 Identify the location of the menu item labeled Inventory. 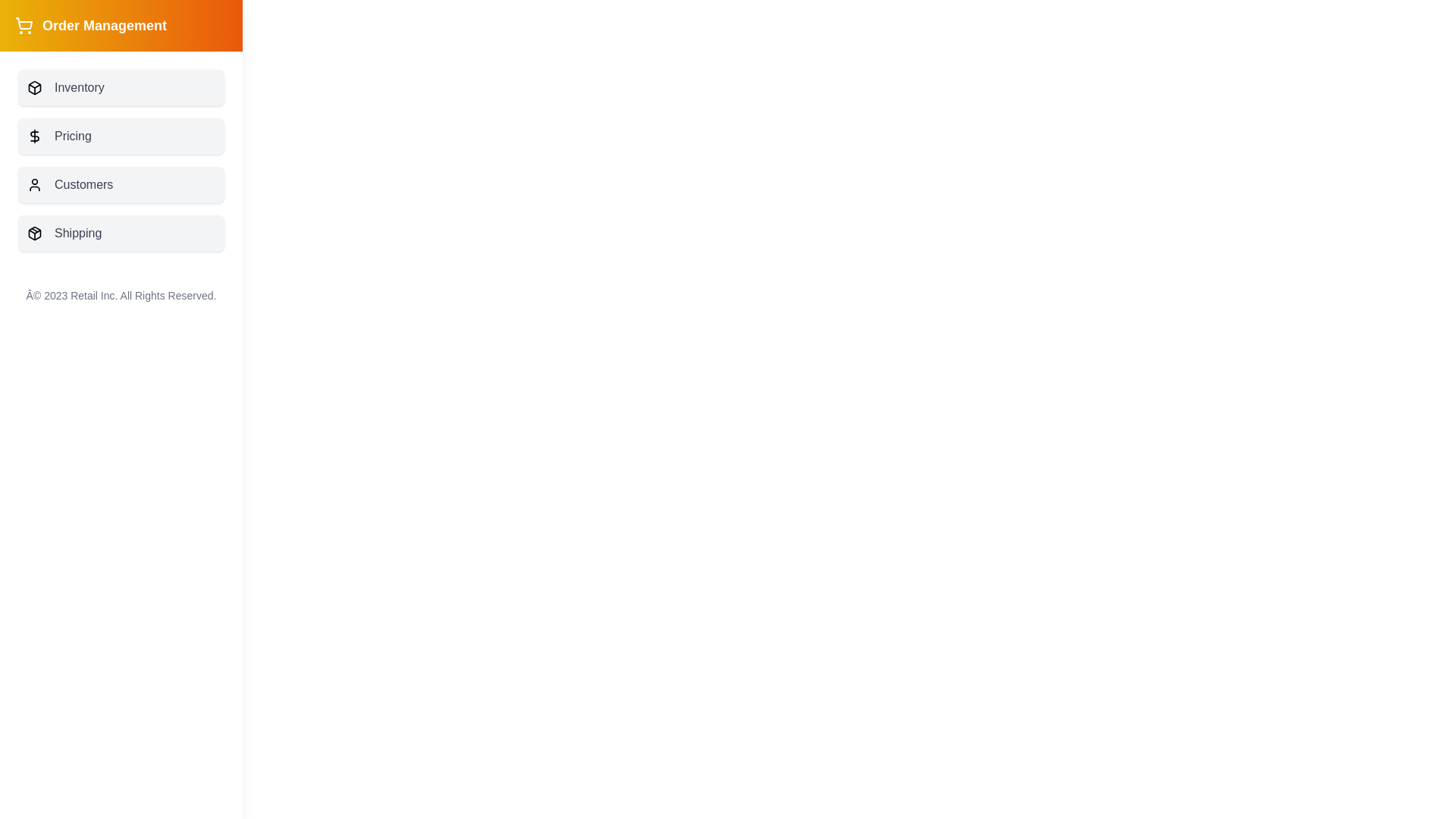
(120, 87).